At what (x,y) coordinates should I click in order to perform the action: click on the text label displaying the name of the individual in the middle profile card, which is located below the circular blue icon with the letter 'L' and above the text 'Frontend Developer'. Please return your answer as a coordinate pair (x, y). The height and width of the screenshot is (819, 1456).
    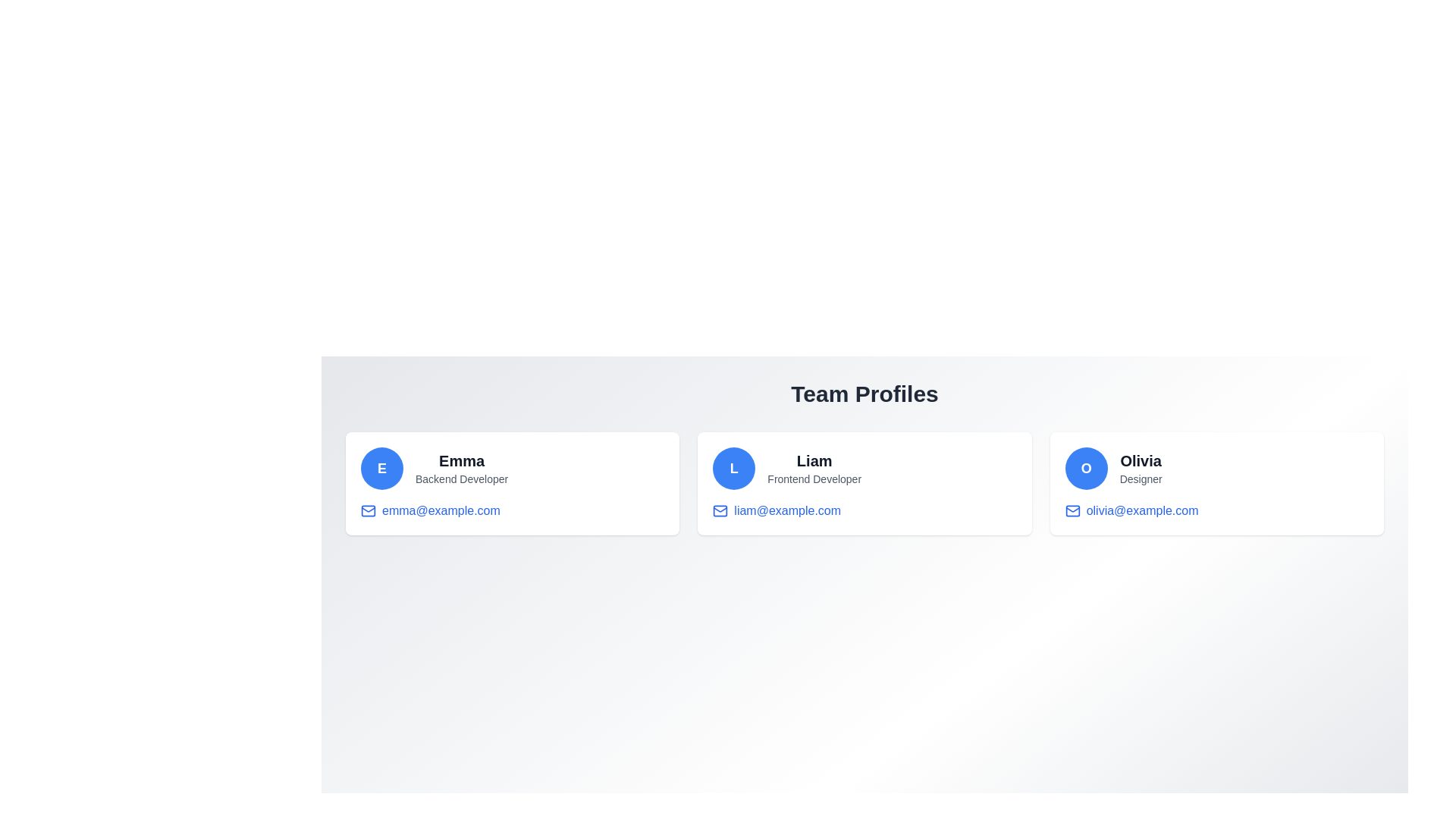
    Looking at the image, I should click on (814, 460).